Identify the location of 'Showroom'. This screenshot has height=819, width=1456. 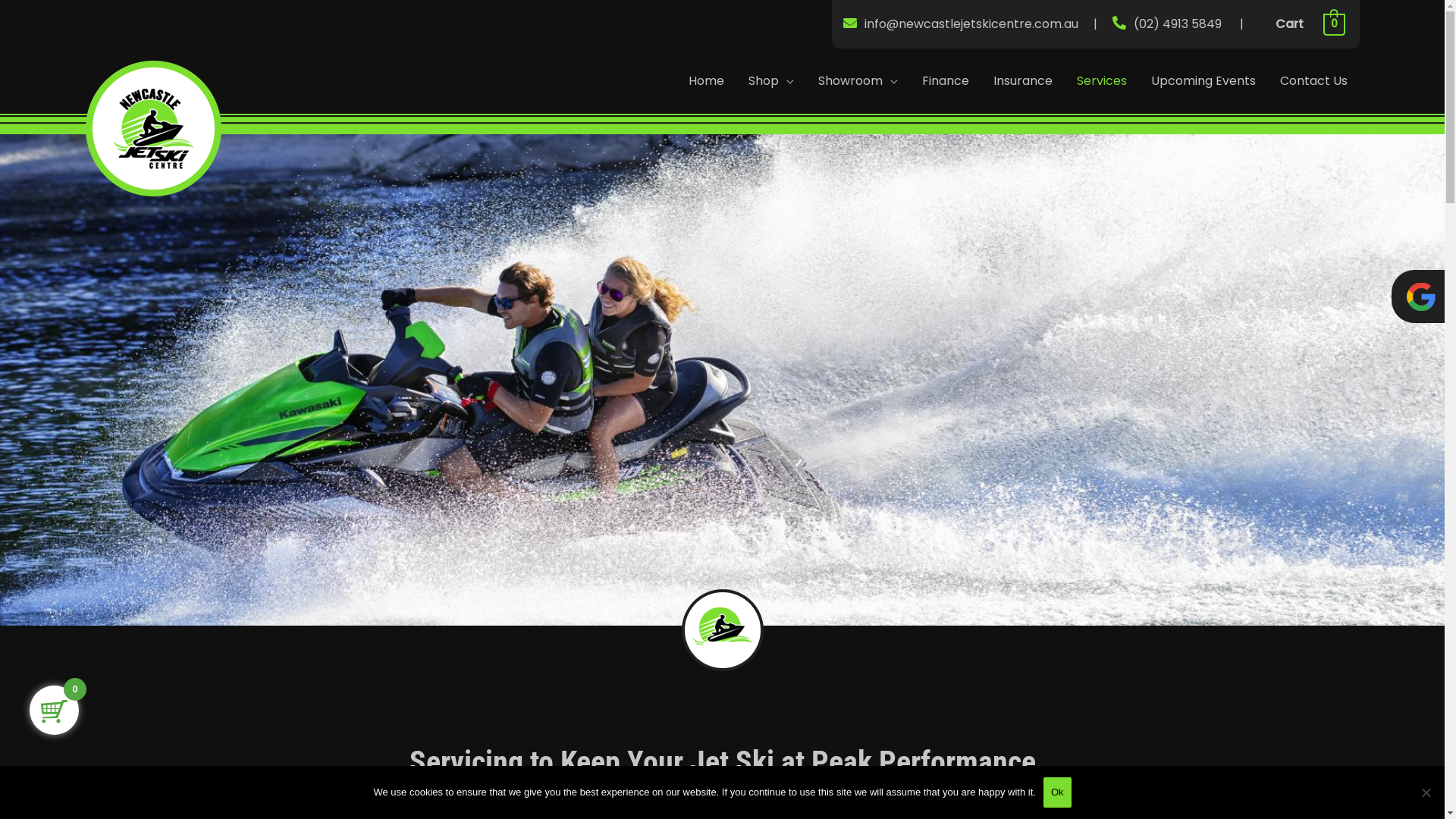
(857, 81).